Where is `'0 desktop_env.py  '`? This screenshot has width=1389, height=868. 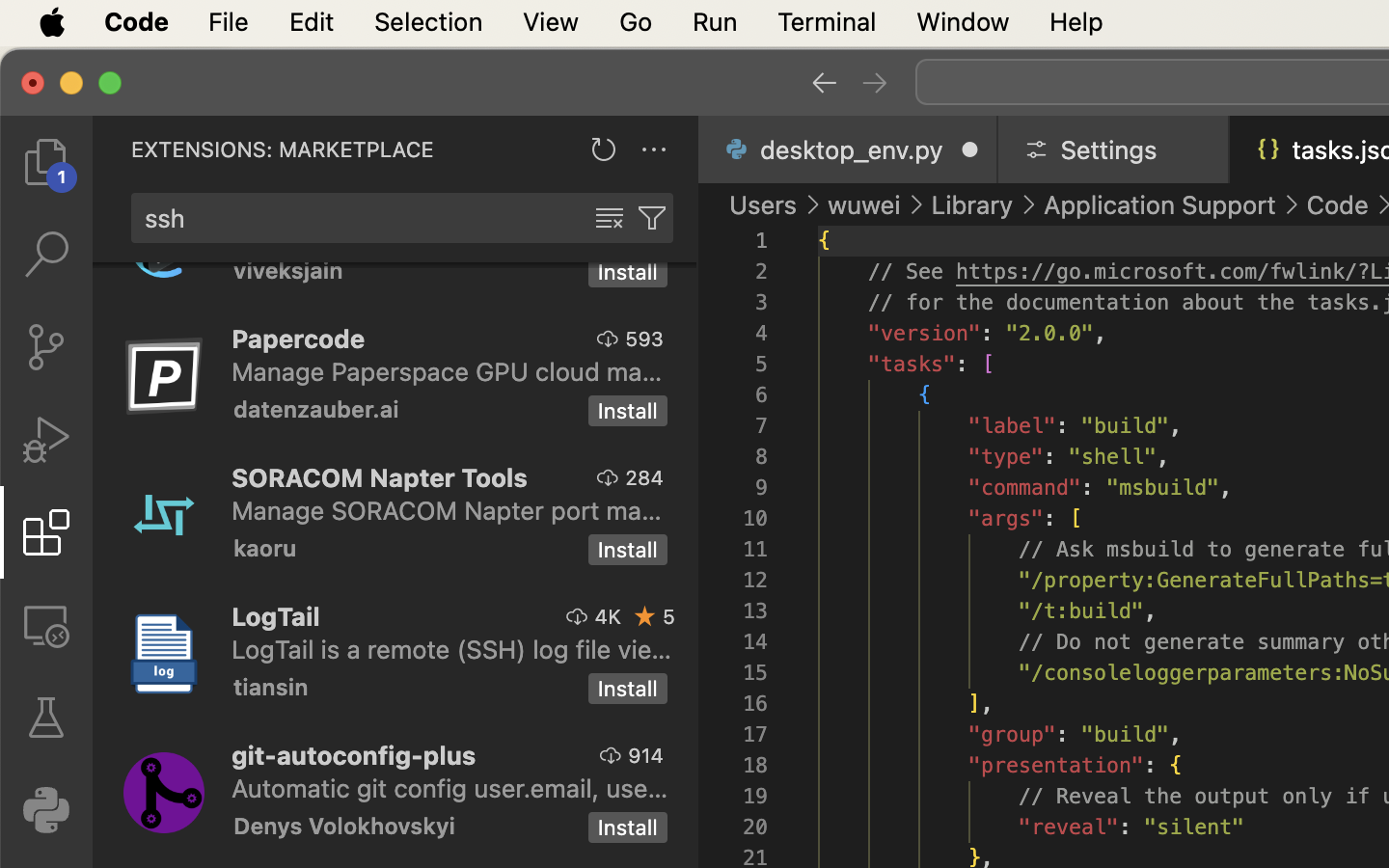 '0 desktop_env.py  ' is located at coordinates (847, 149).